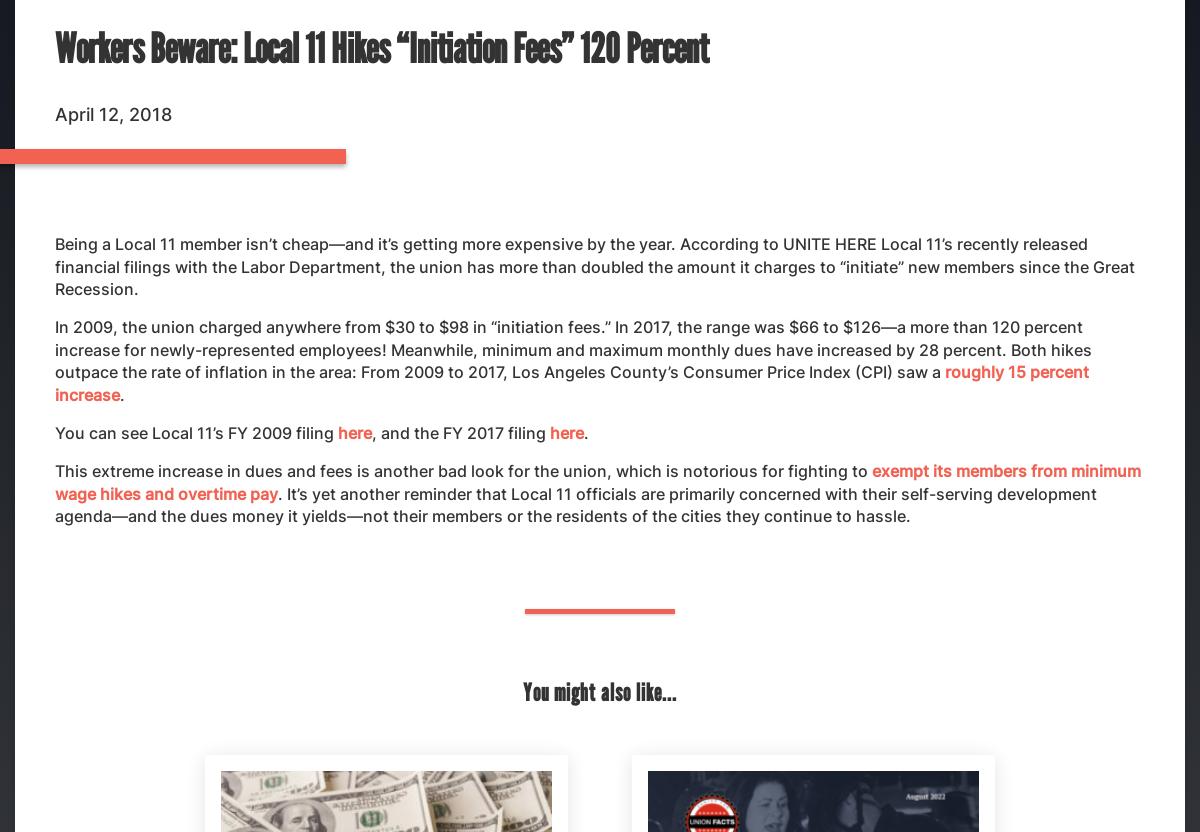 Image resolution: width=1200 pixels, height=832 pixels. What do you see at coordinates (195, 432) in the screenshot?
I see `'You can see Local 11’s FY 2009 filing'` at bounding box center [195, 432].